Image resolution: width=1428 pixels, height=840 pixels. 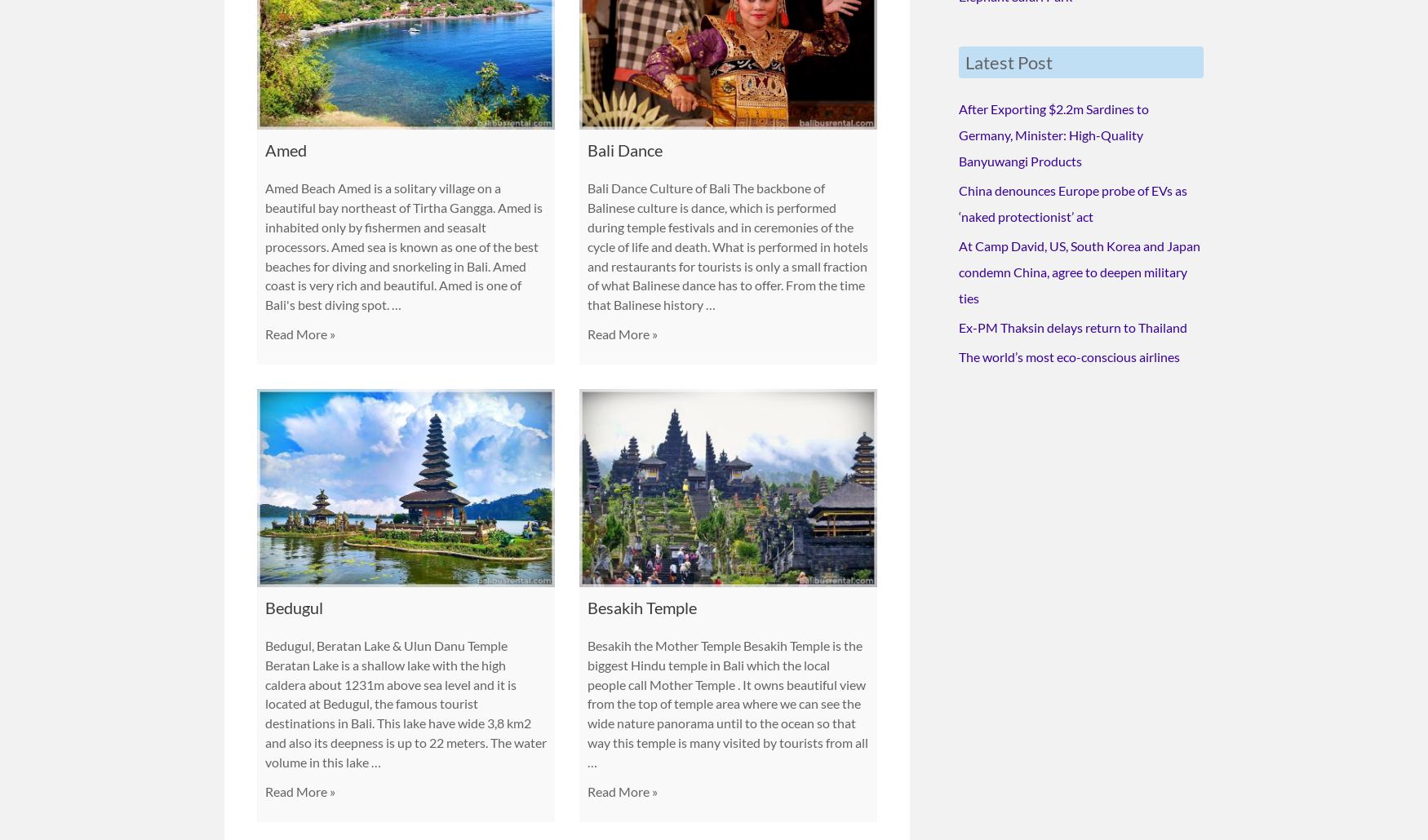 What do you see at coordinates (406, 703) in the screenshot?
I see `'Bedugul, Beratan Lake & Ulun Danu Temple Beratan Lake is a shallow lake with the high caldera about 1231m above sea level and it is located at Bedugul, the famous tourist destinations in Bali. This lake have wide 3,8 km2 and also its deepness is up to 22 meters. The water volume in this lake …'` at bounding box center [406, 703].